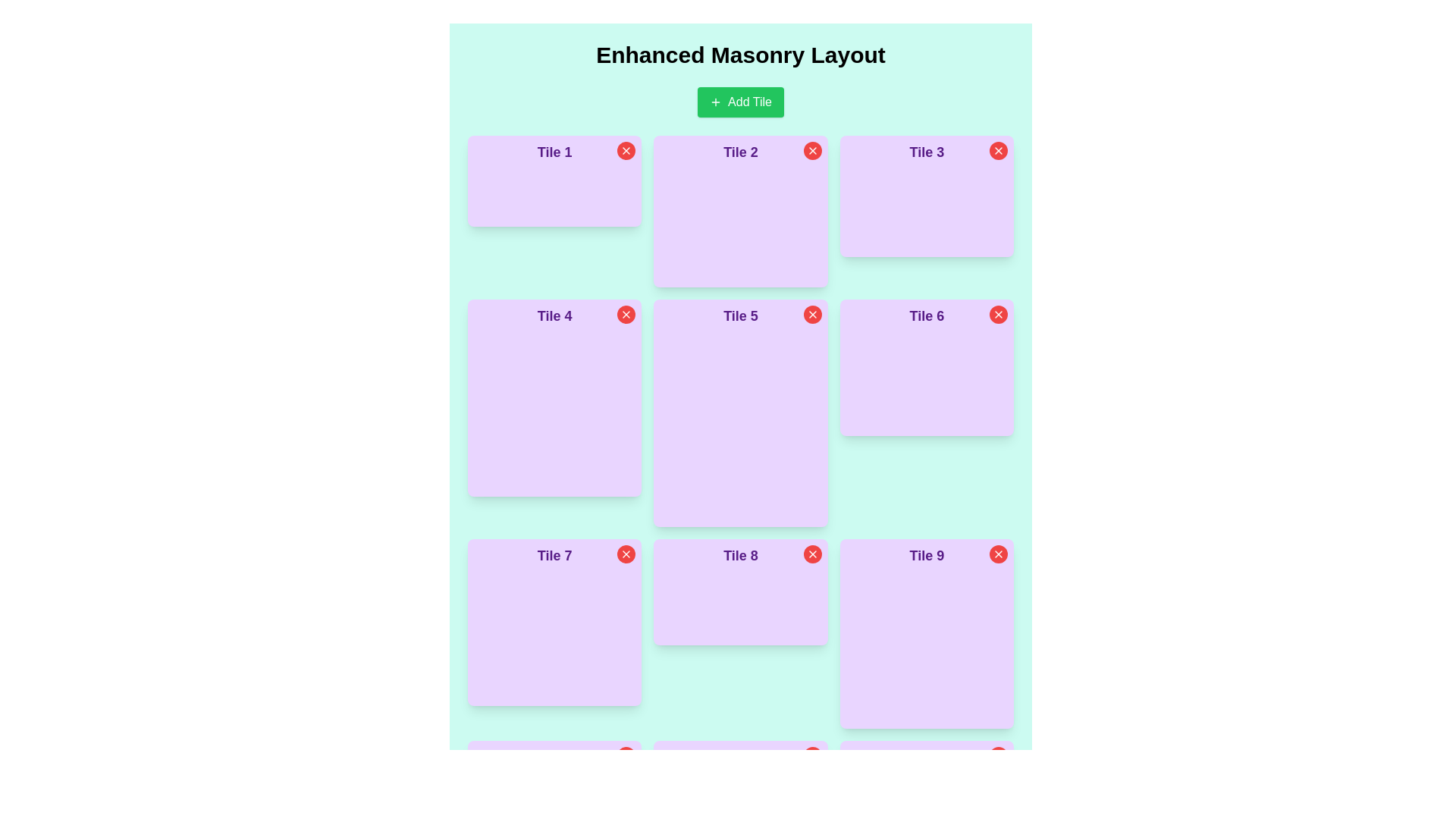 The height and width of the screenshot is (819, 1456). I want to click on the delete button located in the top-right corner of 'Tile 3', so click(998, 151).